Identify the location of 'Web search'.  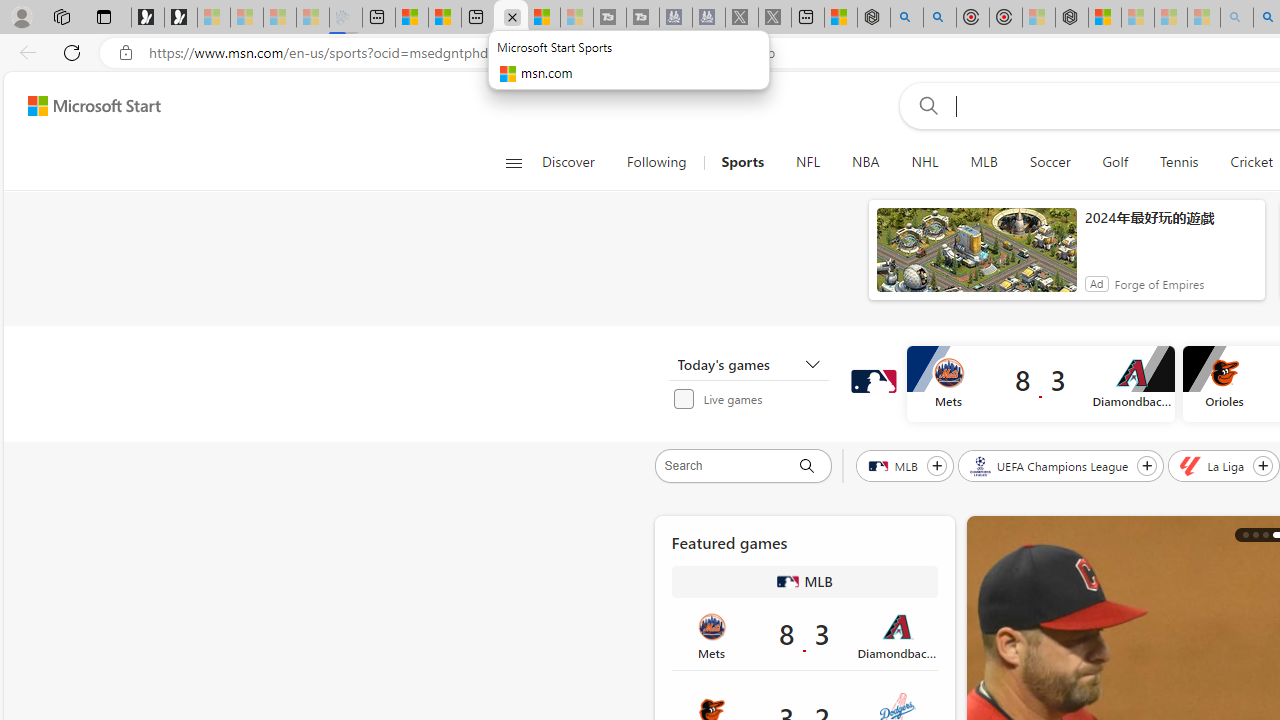
(923, 105).